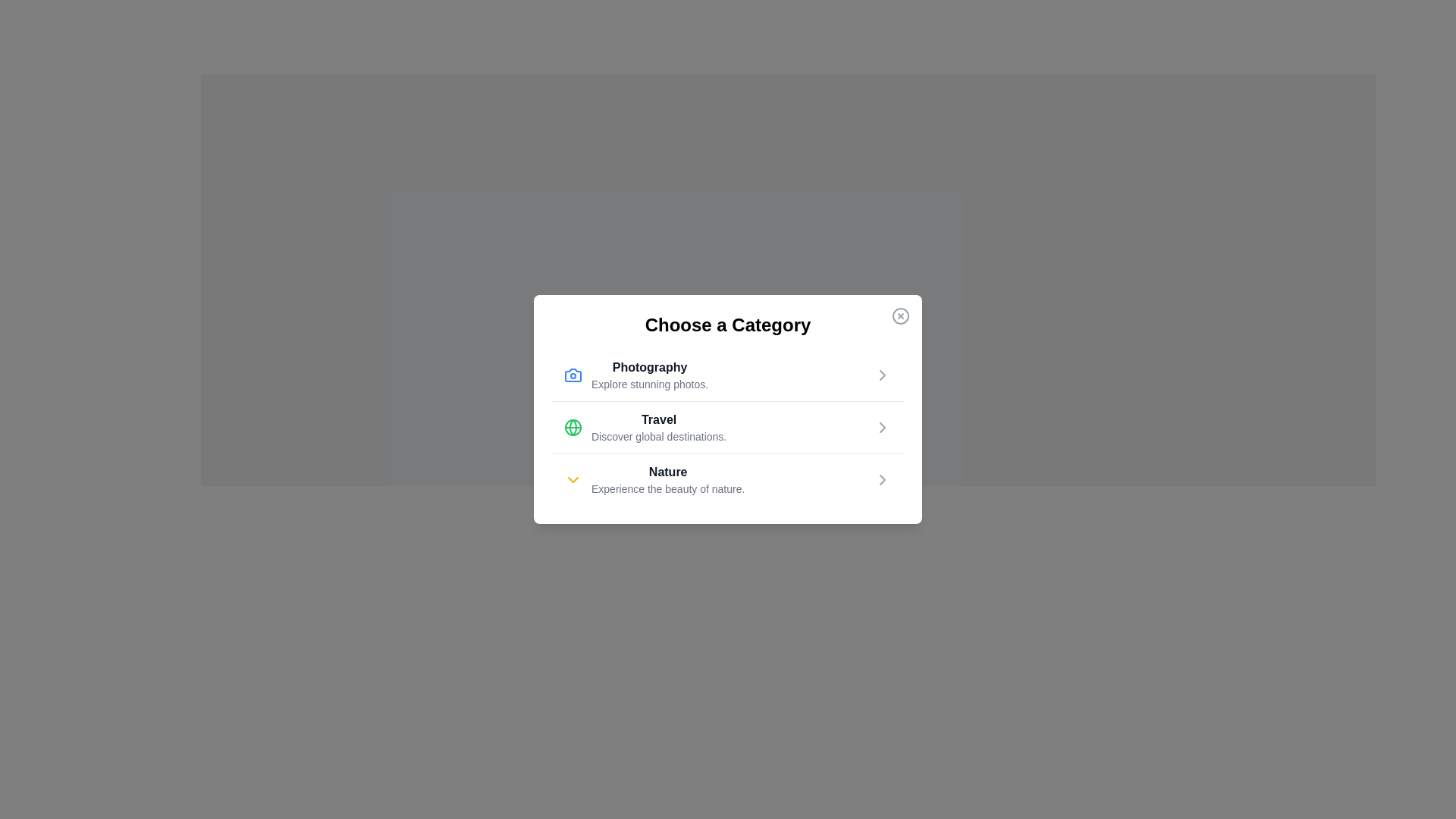 The height and width of the screenshot is (819, 1456). What do you see at coordinates (572, 375) in the screenshot?
I see `the 'Photography' icon, which is the leftmost component in the first row of the selection area` at bounding box center [572, 375].